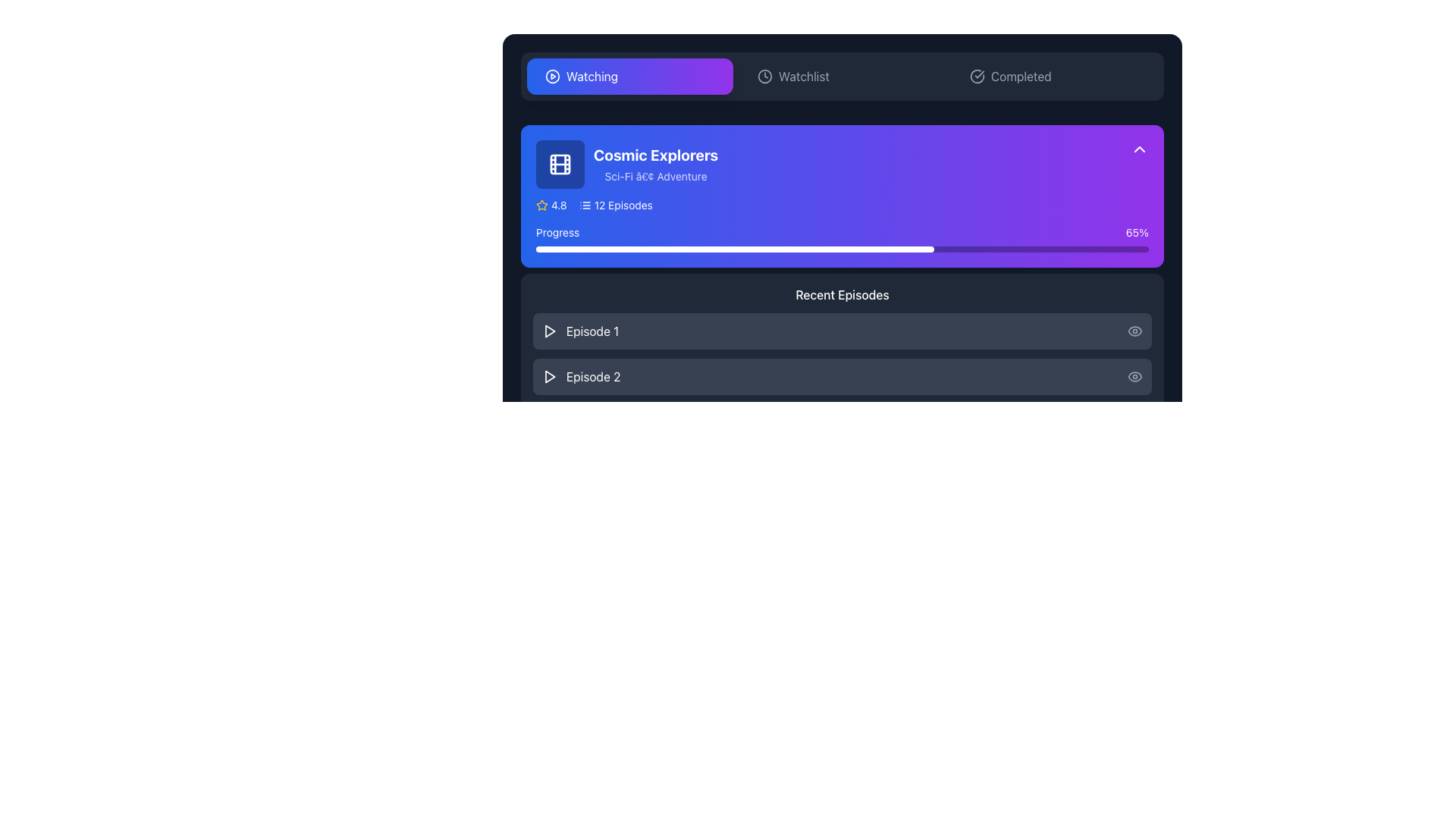 The height and width of the screenshot is (819, 1456). Describe the element at coordinates (732, 595) in the screenshot. I see `the progress` at that location.